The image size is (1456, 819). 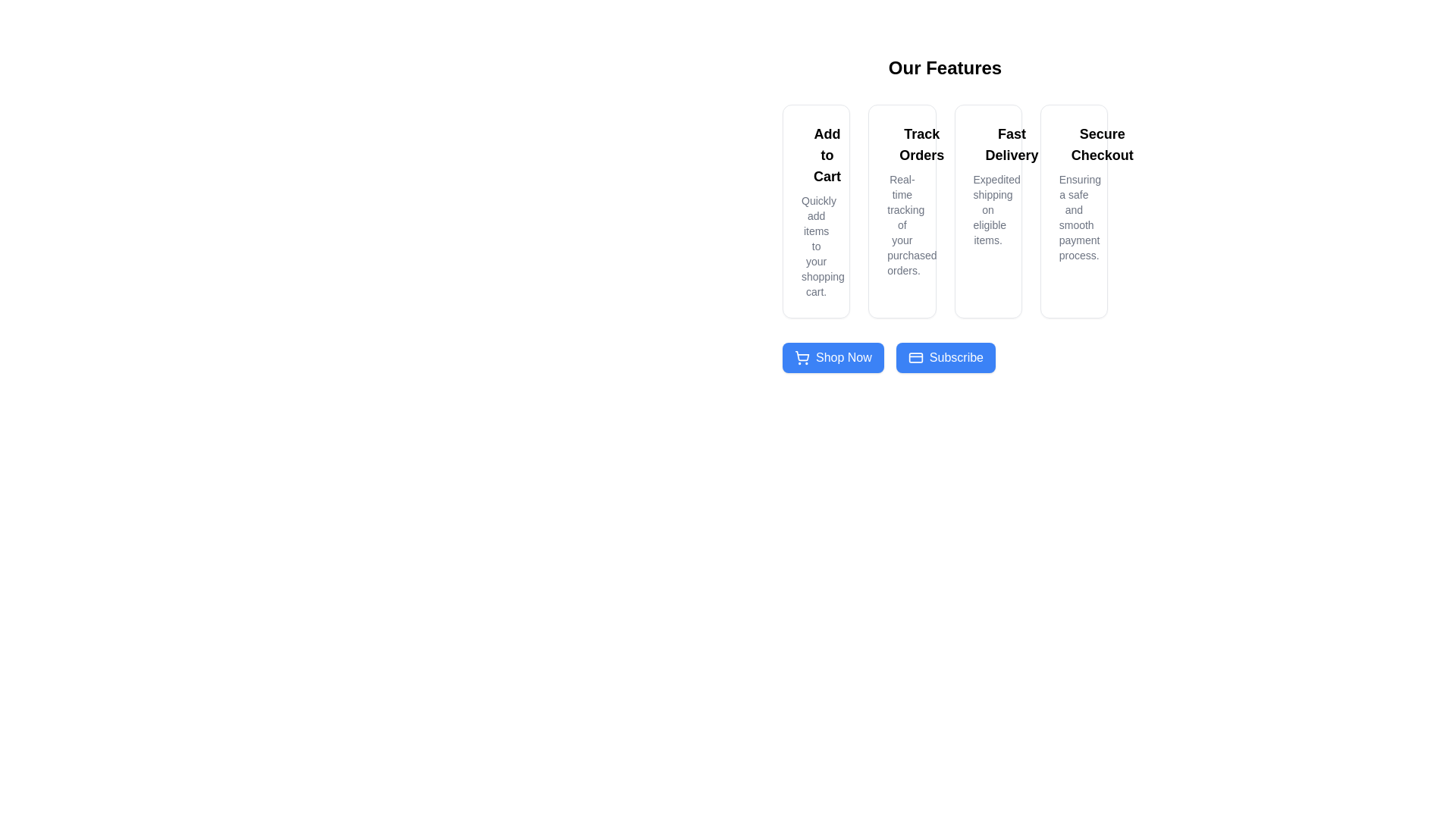 What do you see at coordinates (801, 357) in the screenshot?
I see `the shopping cart icon located on the left side of the 'Shop Now' button to initiate shopping actions` at bounding box center [801, 357].